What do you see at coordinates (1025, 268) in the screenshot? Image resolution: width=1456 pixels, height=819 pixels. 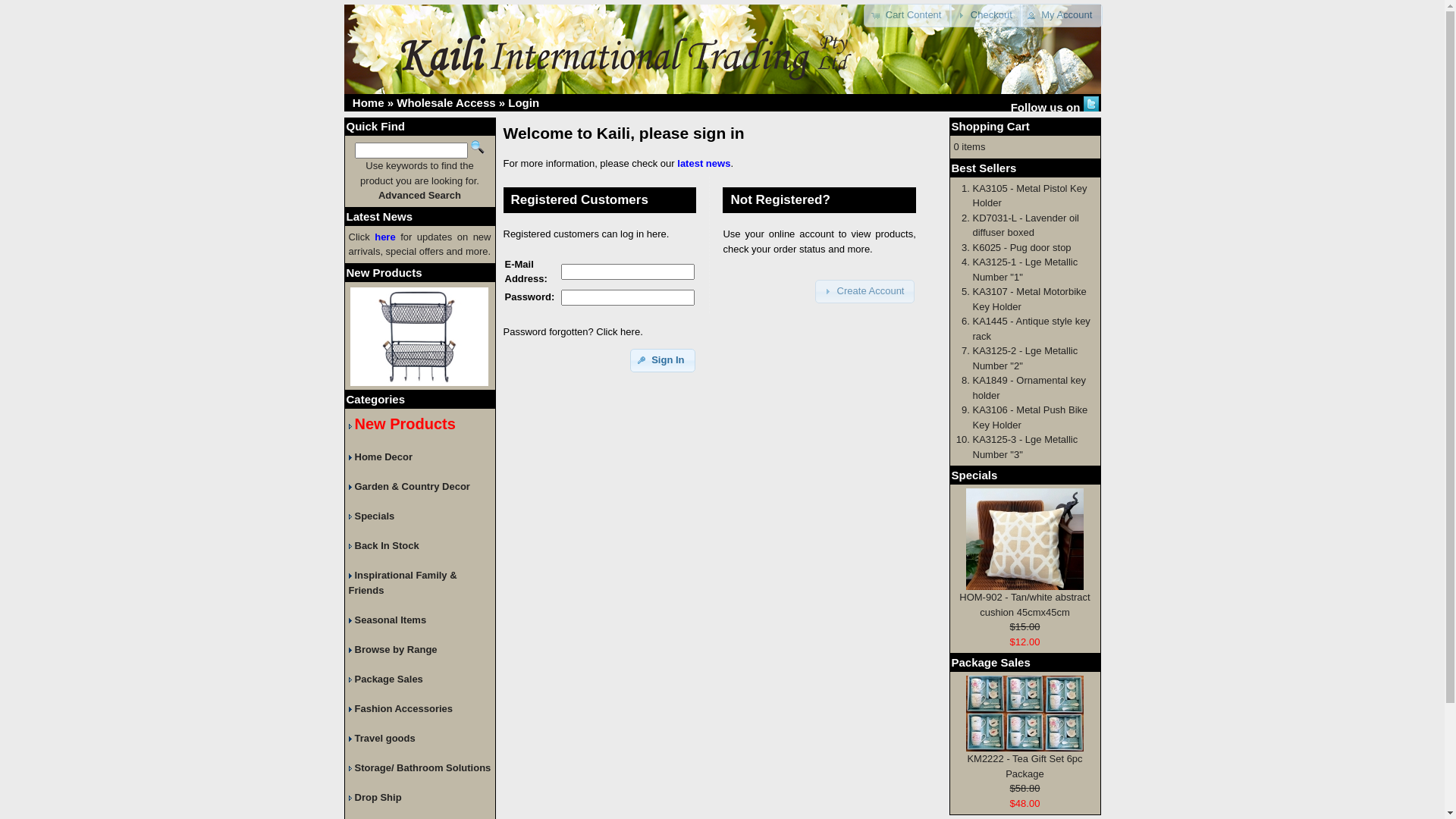 I see `'KA3125-1 - Lge Metallic Number "1"'` at bounding box center [1025, 268].